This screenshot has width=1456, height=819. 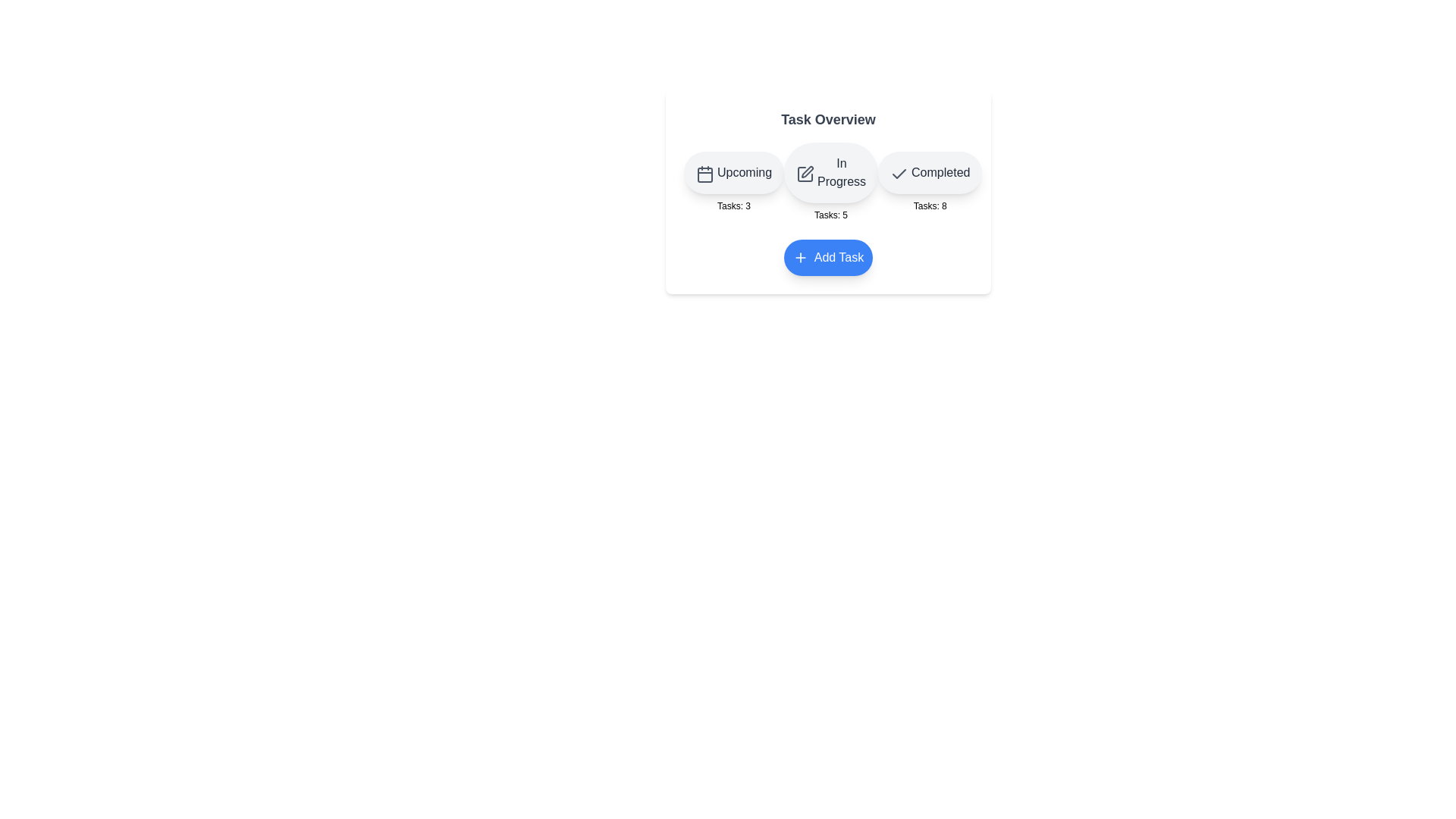 What do you see at coordinates (827, 256) in the screenshot?
I see `'Add Task' button to increment the task count for the 'Upcoming' category` at bounding box center [827, 256].